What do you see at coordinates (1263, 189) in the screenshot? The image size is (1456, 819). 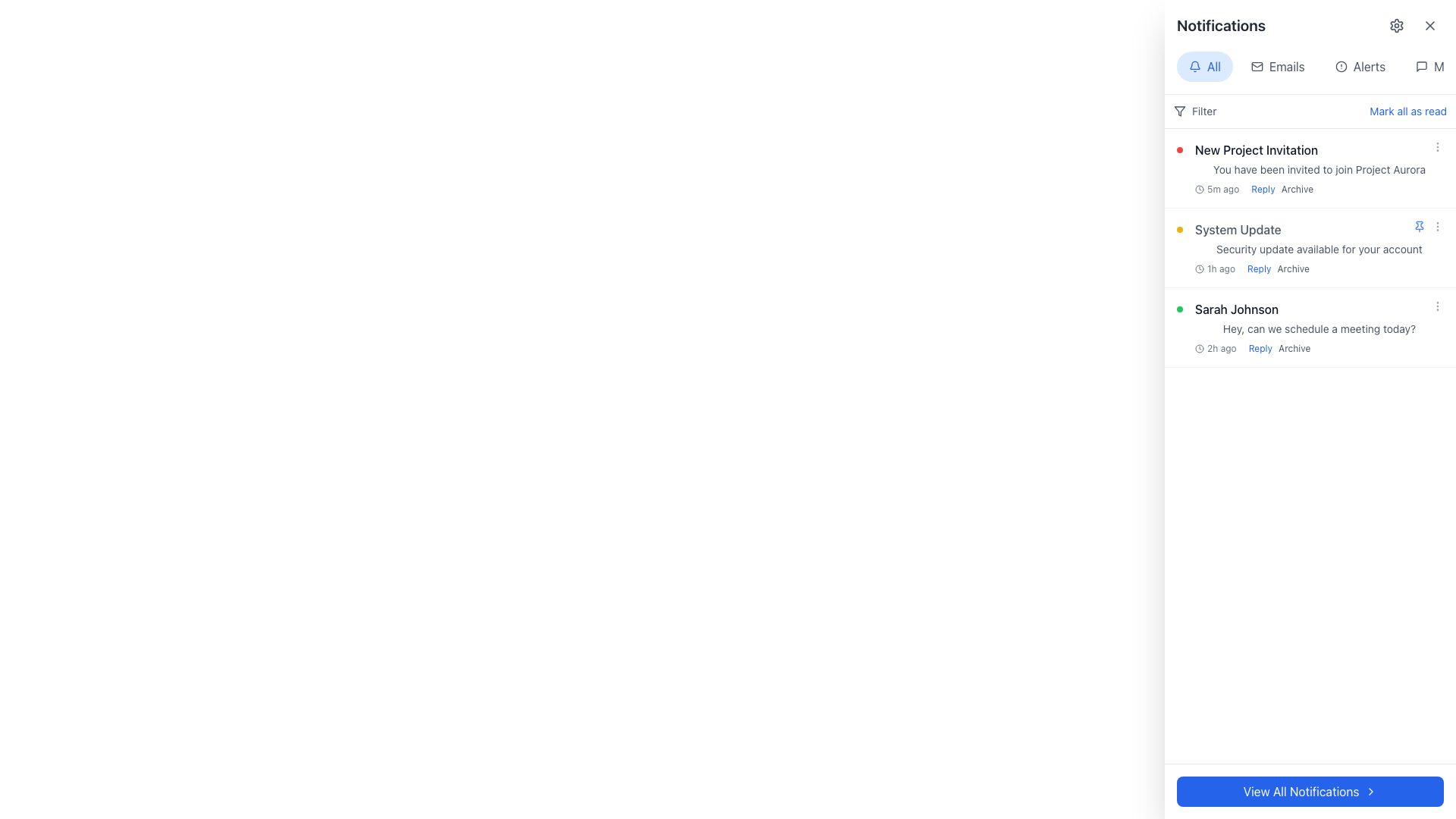 I see `the blue-colored 'Reply' text link, styled with the 'text-xs' class, located to the right of the 'New Project Invitation' section in the notifications list to initiate a reply` at bounding box center [1263, 189].